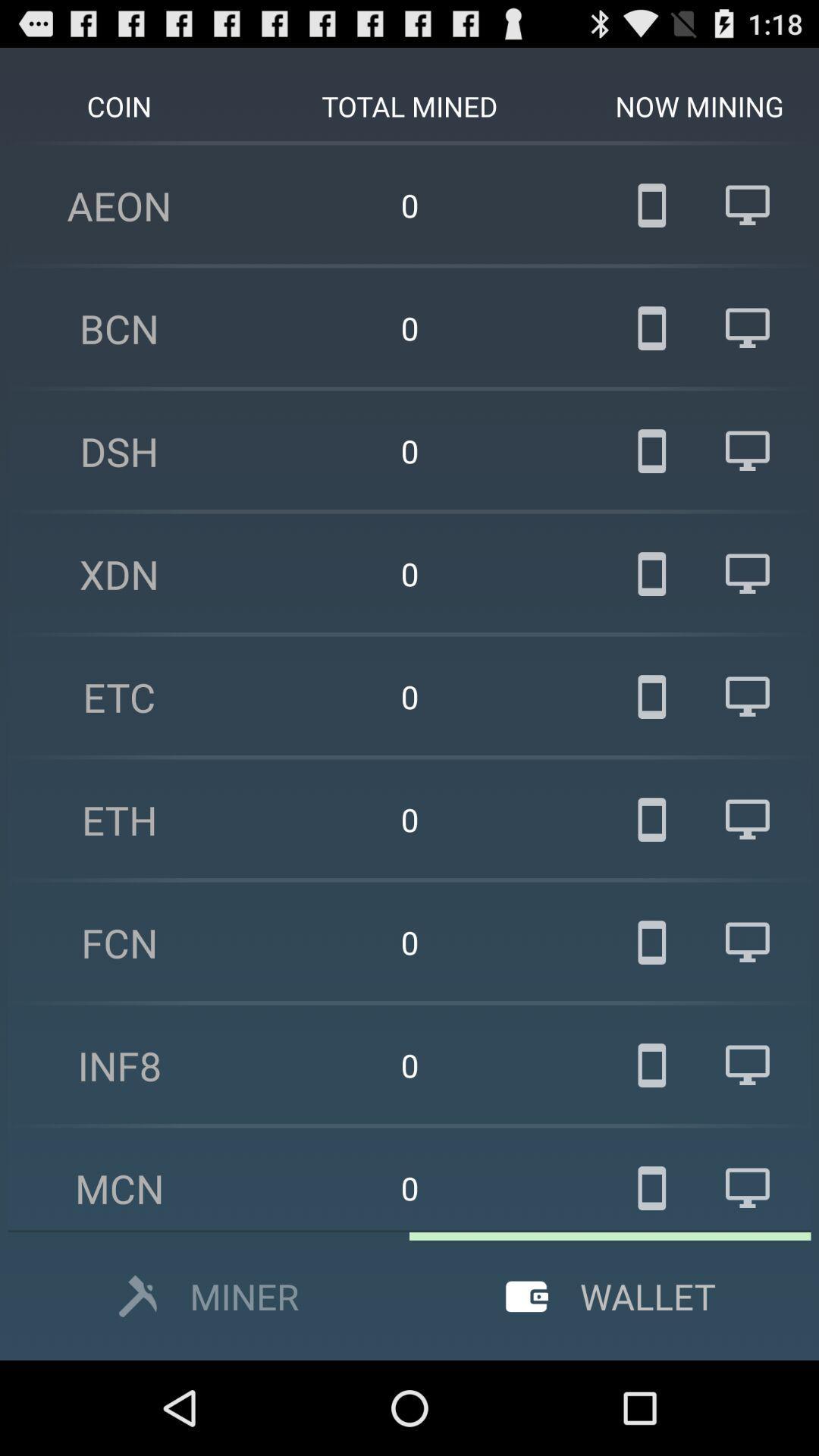  Describe the element at coordinates (747, 573) in the screenshot. I see `the computer image in xdn` at that location.